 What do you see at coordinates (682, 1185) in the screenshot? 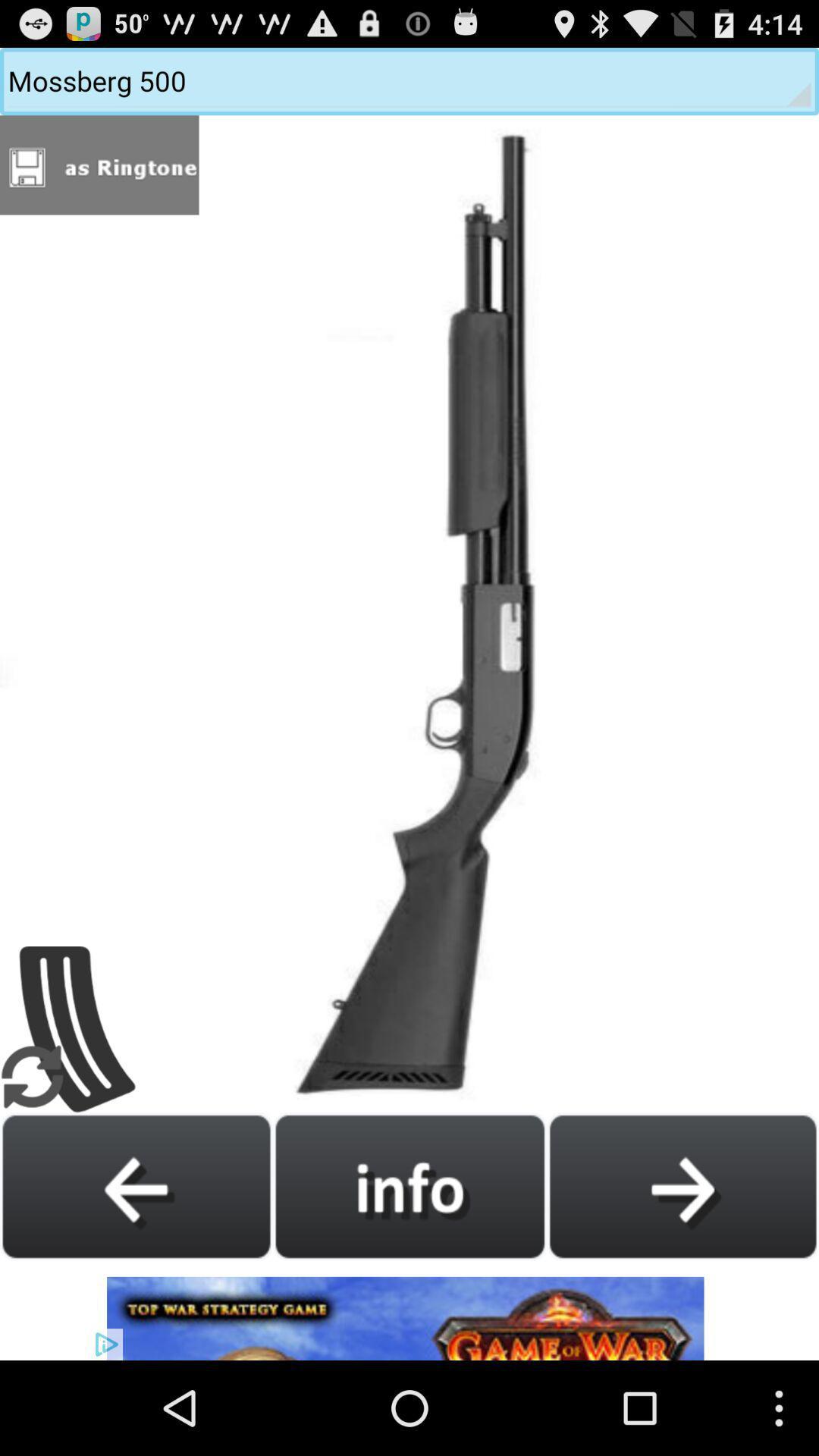
I see `go forward` at bounding box center [682, 1185].